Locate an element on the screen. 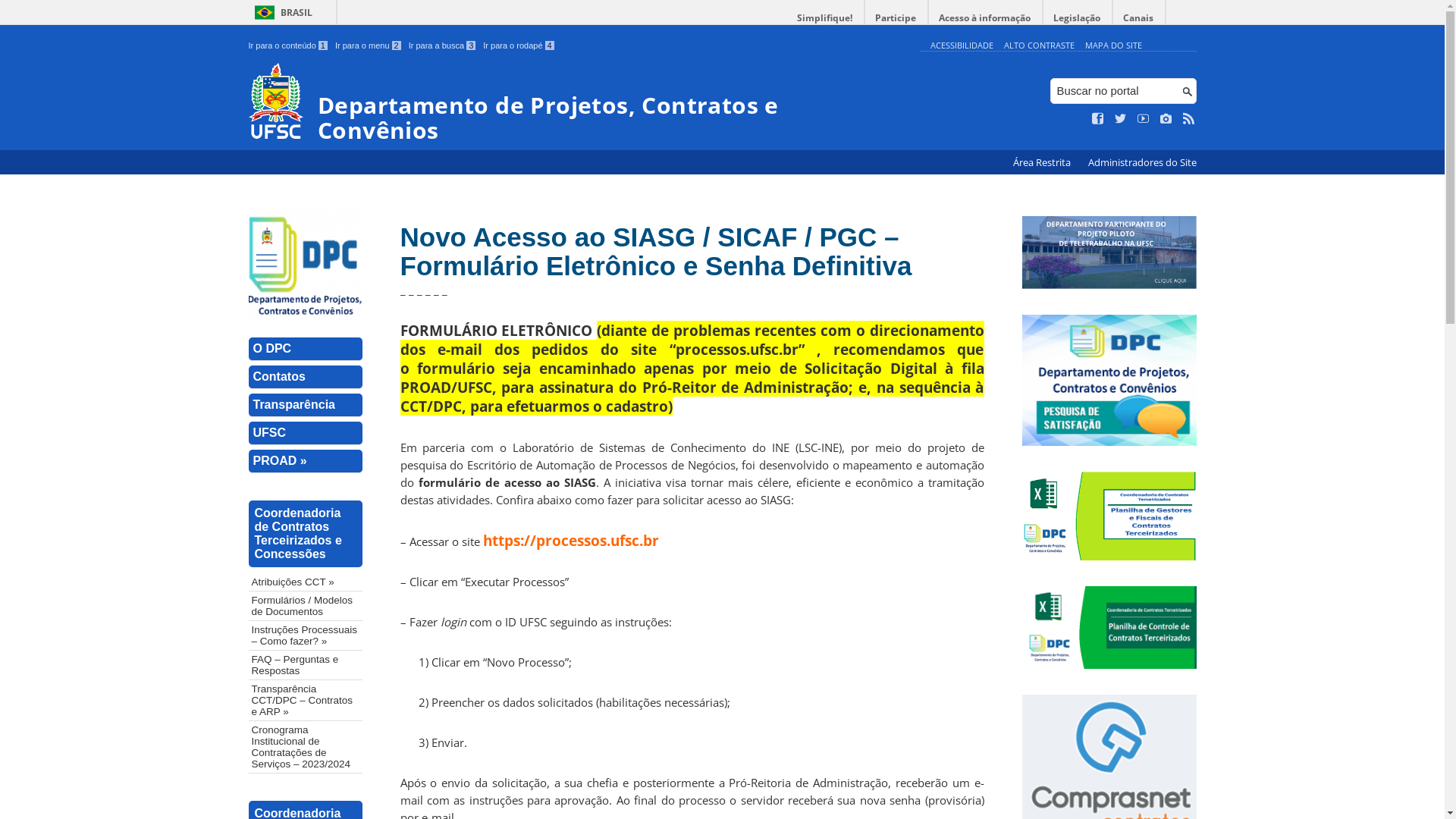 The width and height of the screenshot is (1456, 819). 'Participe' is located at coordinates (864, 17).